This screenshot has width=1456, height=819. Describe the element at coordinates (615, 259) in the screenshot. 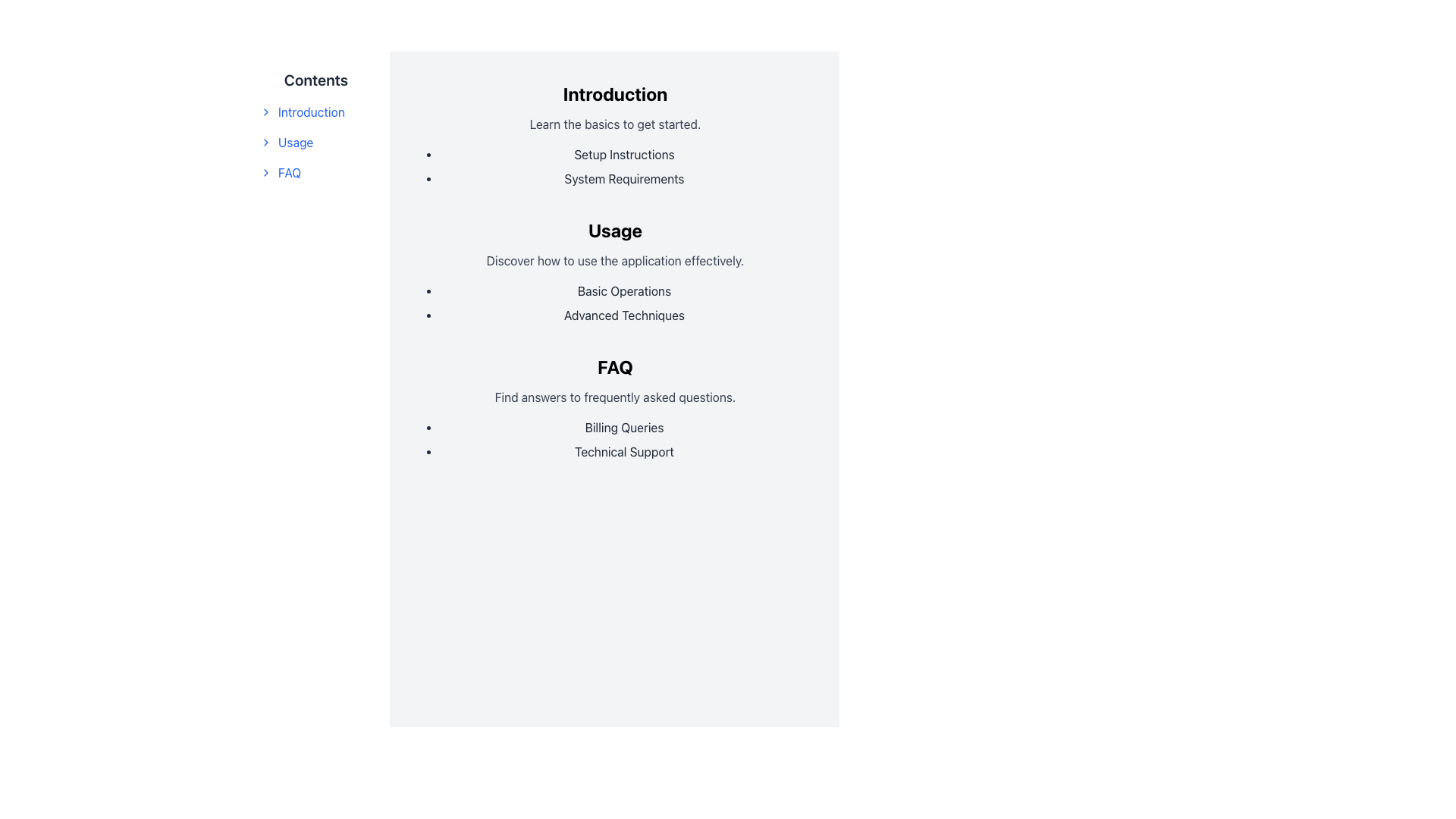

I see `the text element reading 'Discover how to use the application effectively.' located within the 'Usage' section` at that location.